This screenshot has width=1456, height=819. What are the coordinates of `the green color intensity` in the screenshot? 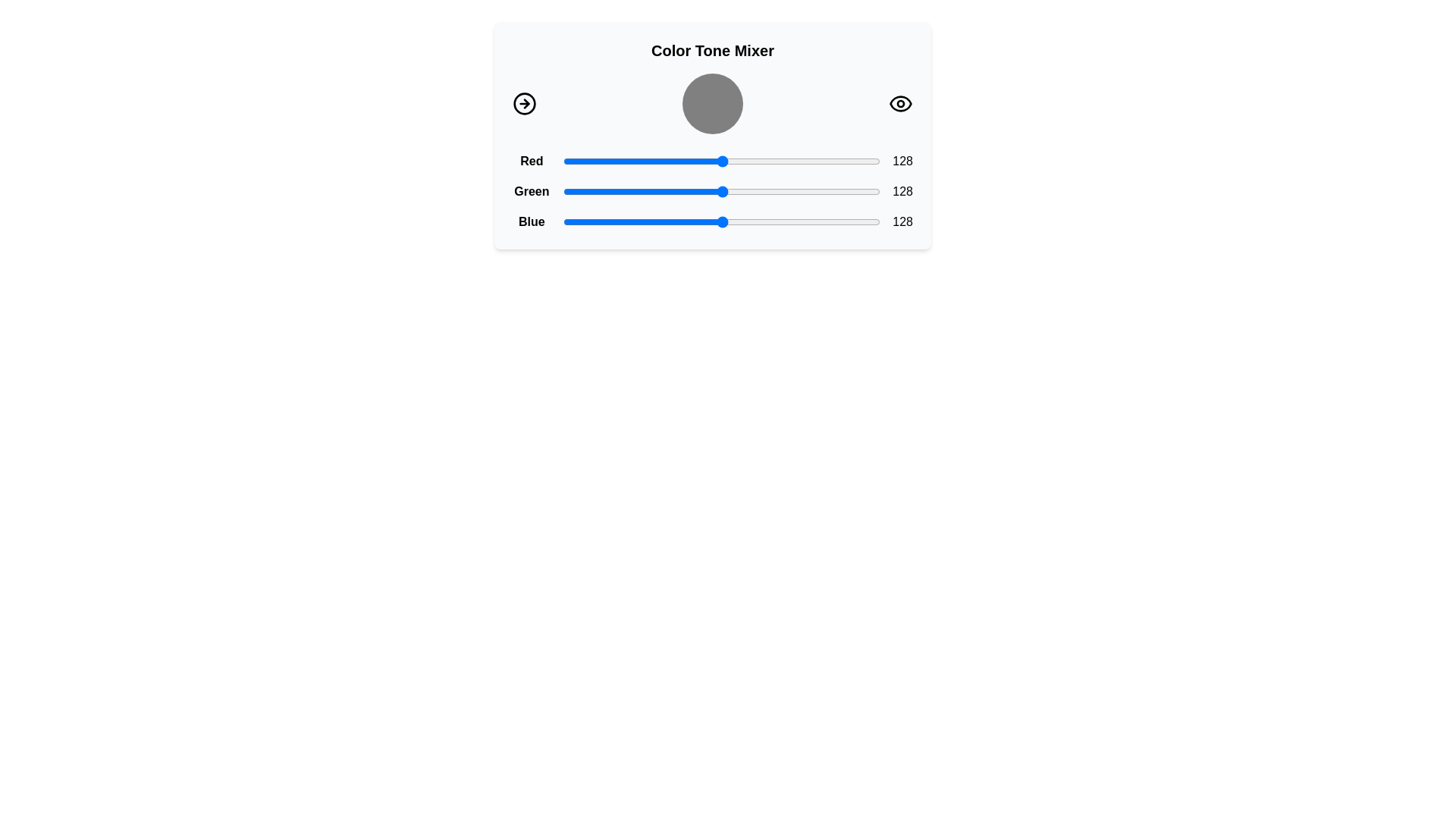 It's located at (698, 191).